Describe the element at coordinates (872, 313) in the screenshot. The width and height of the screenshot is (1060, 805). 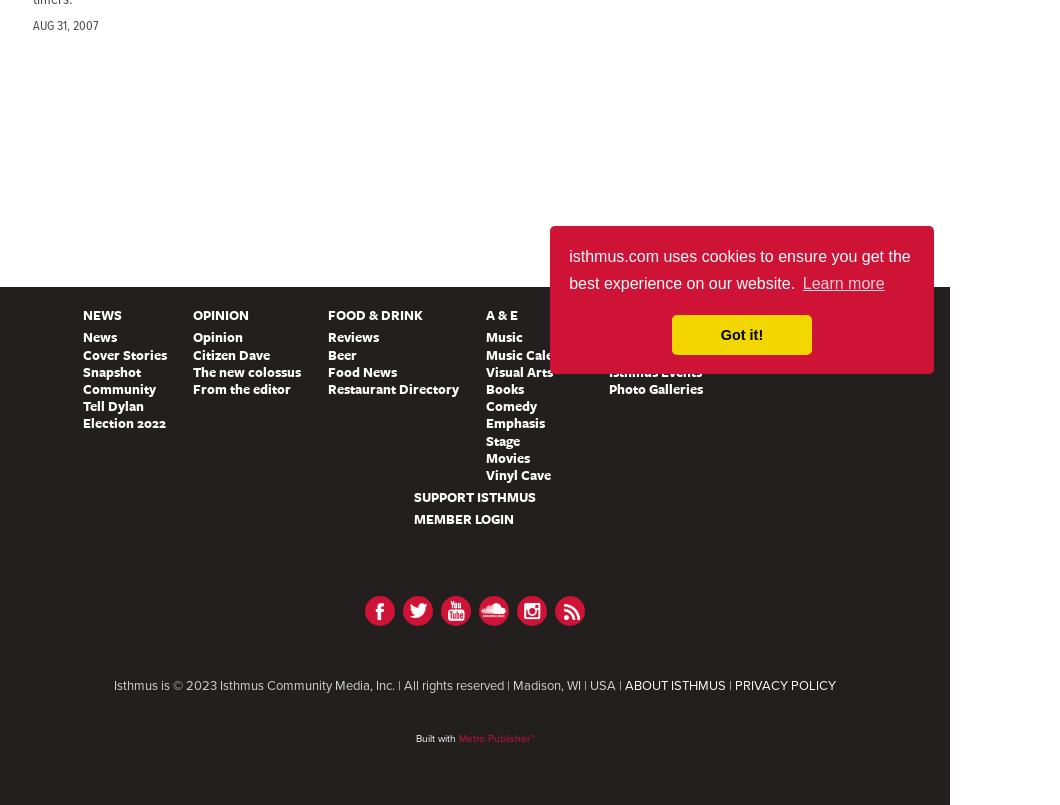
I see `'STORE'` at that location.